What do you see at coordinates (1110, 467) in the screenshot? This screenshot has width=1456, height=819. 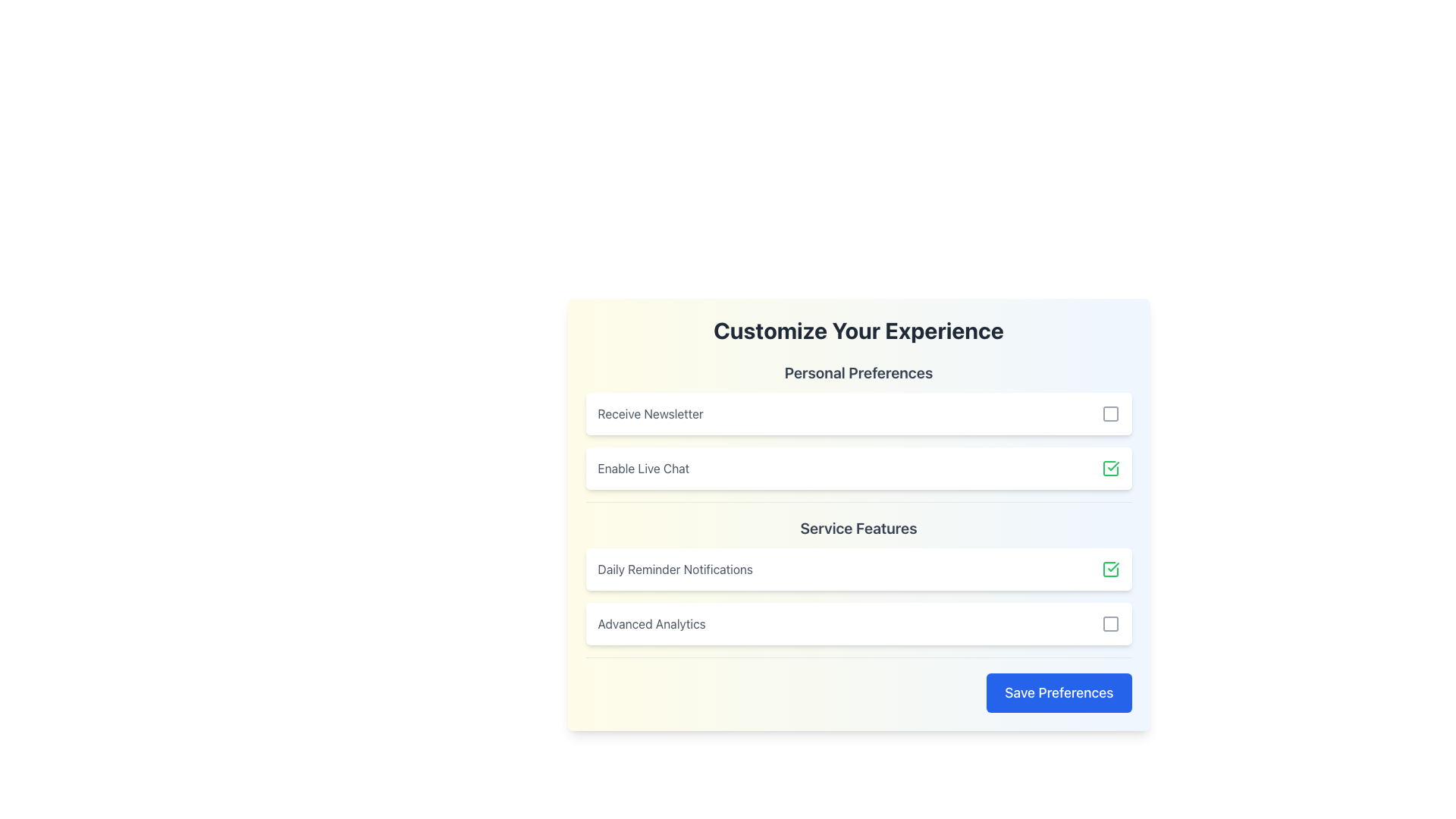 I see `the green checkmark icon in the checkbox` at bounding box center [1110, 467].